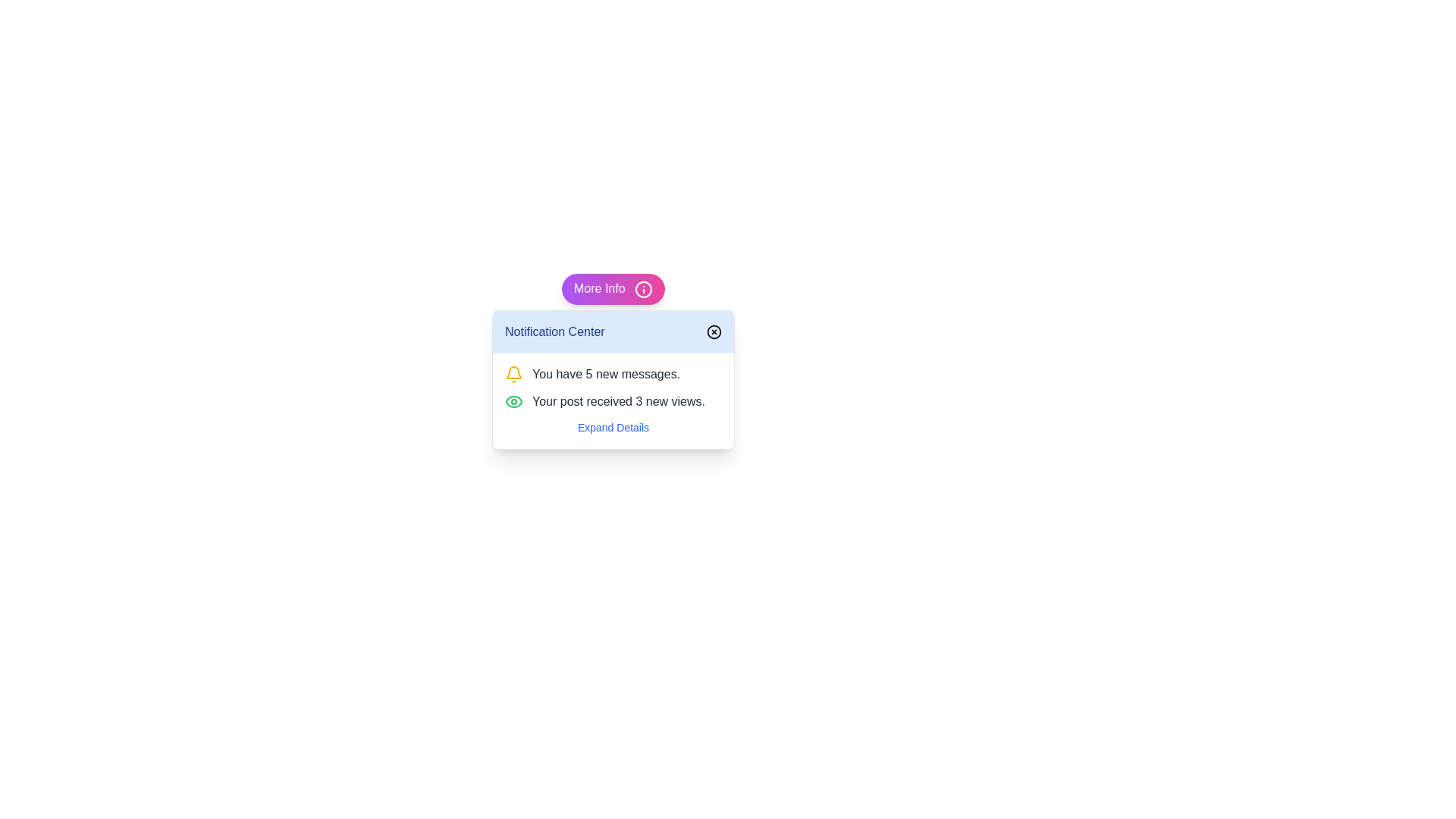 The height and width of the screenshot is (819, 1456). Describe the element at coordinates (613, 400) in the screenshot. I see `the second notification item in the notification panel that informs the user about new views their post has received` at that location.